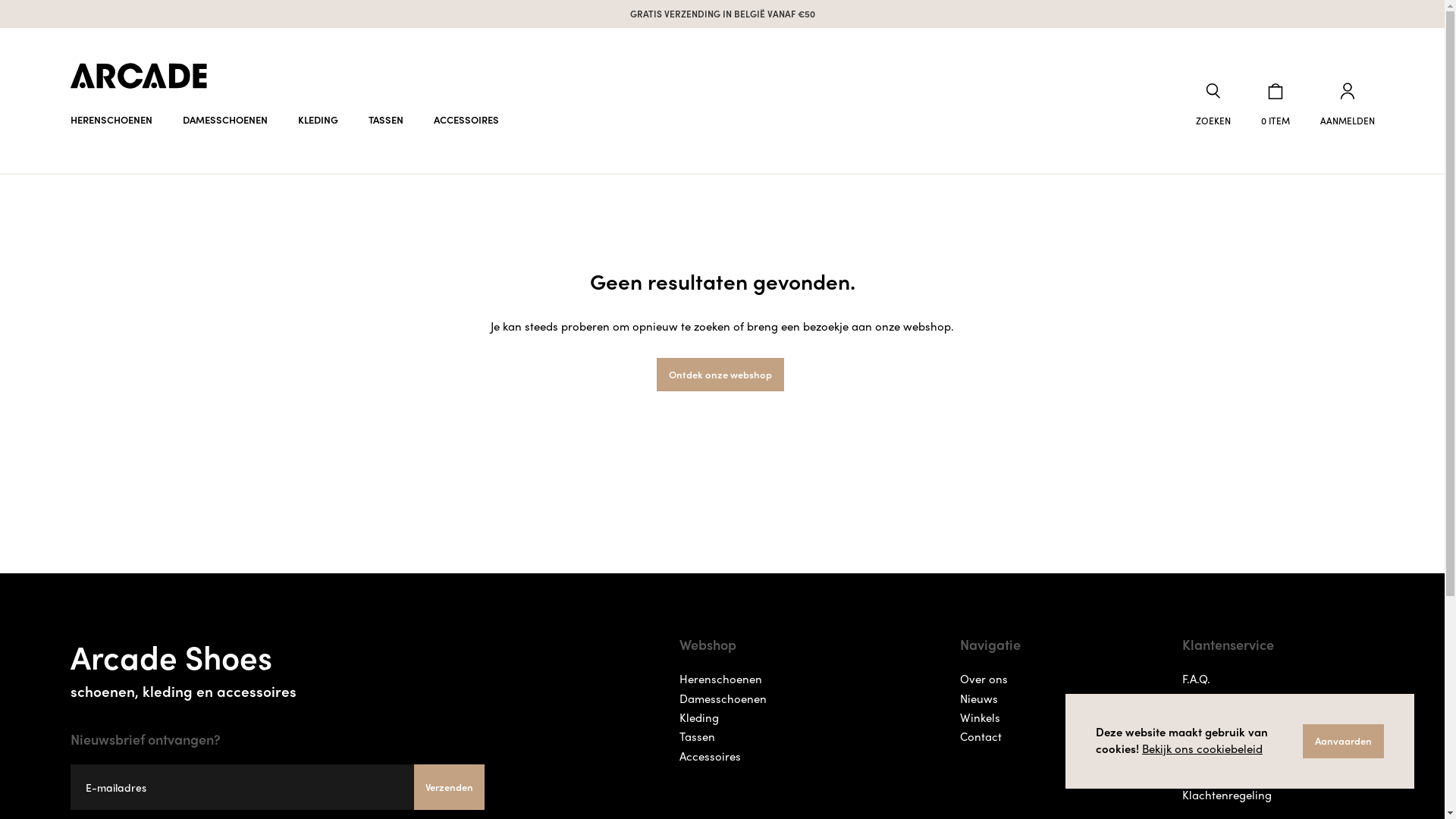 The image size is (1456, 819). I want to click on 'Retours', so click(1201, 775).